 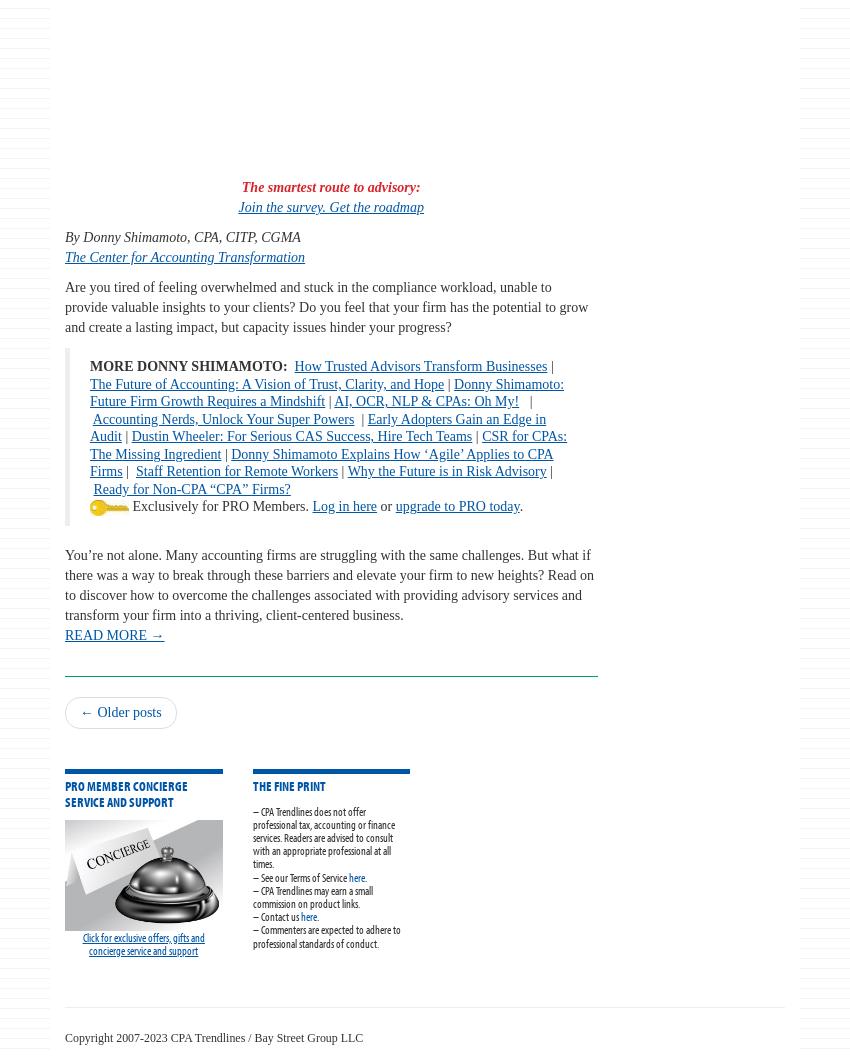 I want to click on 'Dustin Wheeler: For Serious CAS Success, Hire Tech Teams', so click(x=301, y=436).